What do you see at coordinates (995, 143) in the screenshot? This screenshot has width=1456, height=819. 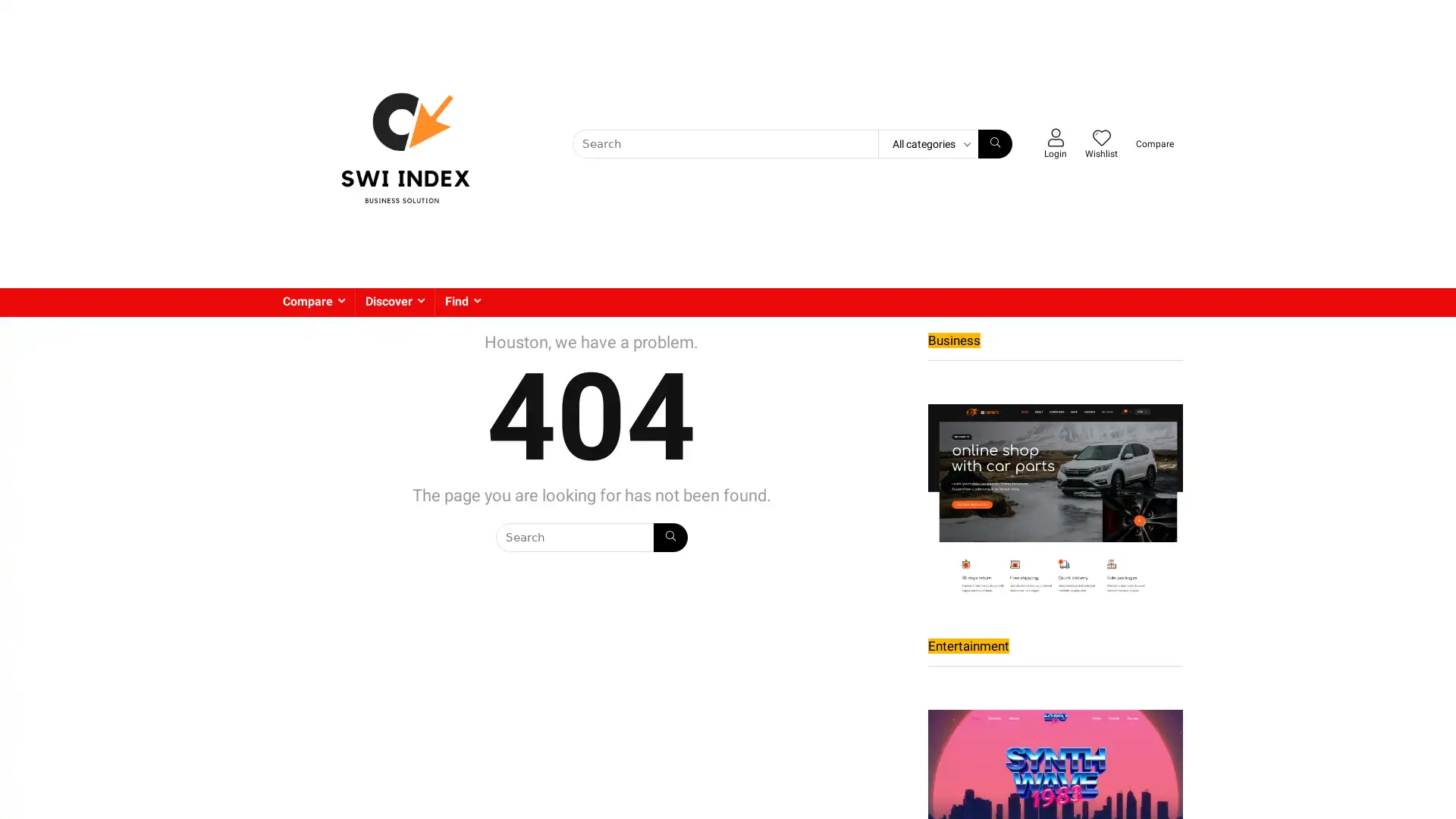 I see `Search` at bounding box center [995, 143].